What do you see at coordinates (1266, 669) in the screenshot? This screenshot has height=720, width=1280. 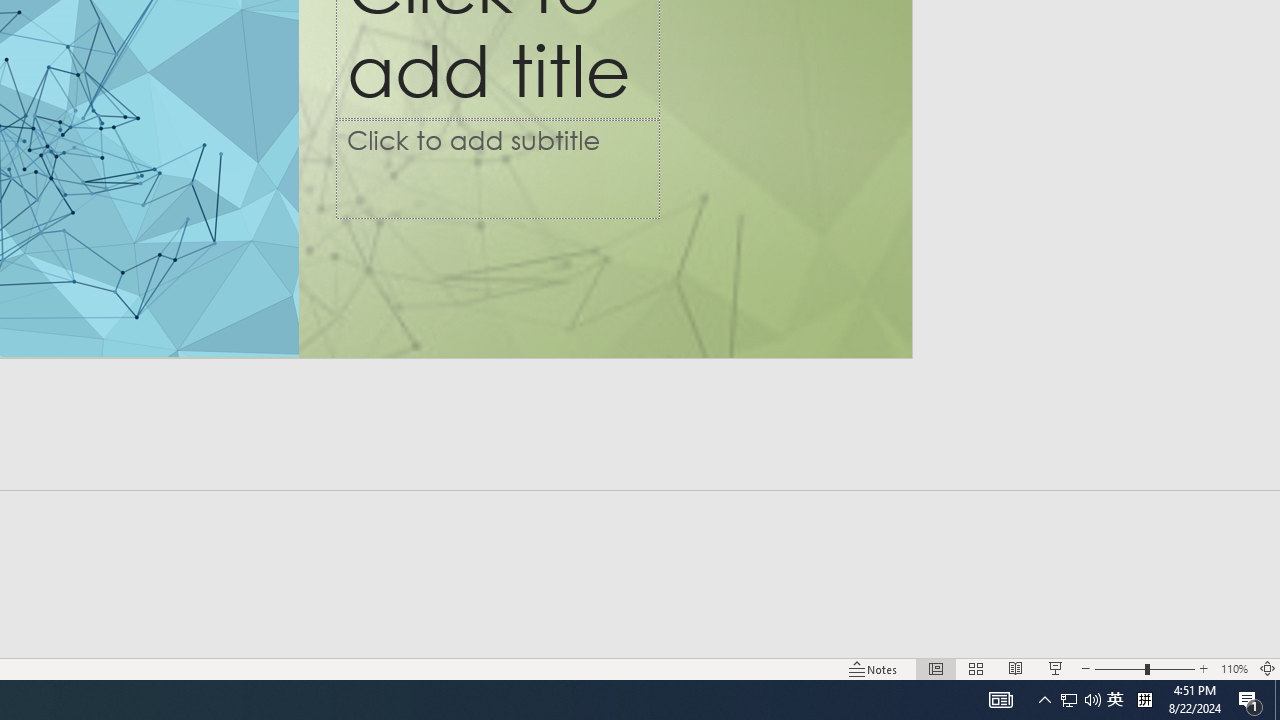 I see `'Zoom 110%'` at bounding box center [1266, 669].